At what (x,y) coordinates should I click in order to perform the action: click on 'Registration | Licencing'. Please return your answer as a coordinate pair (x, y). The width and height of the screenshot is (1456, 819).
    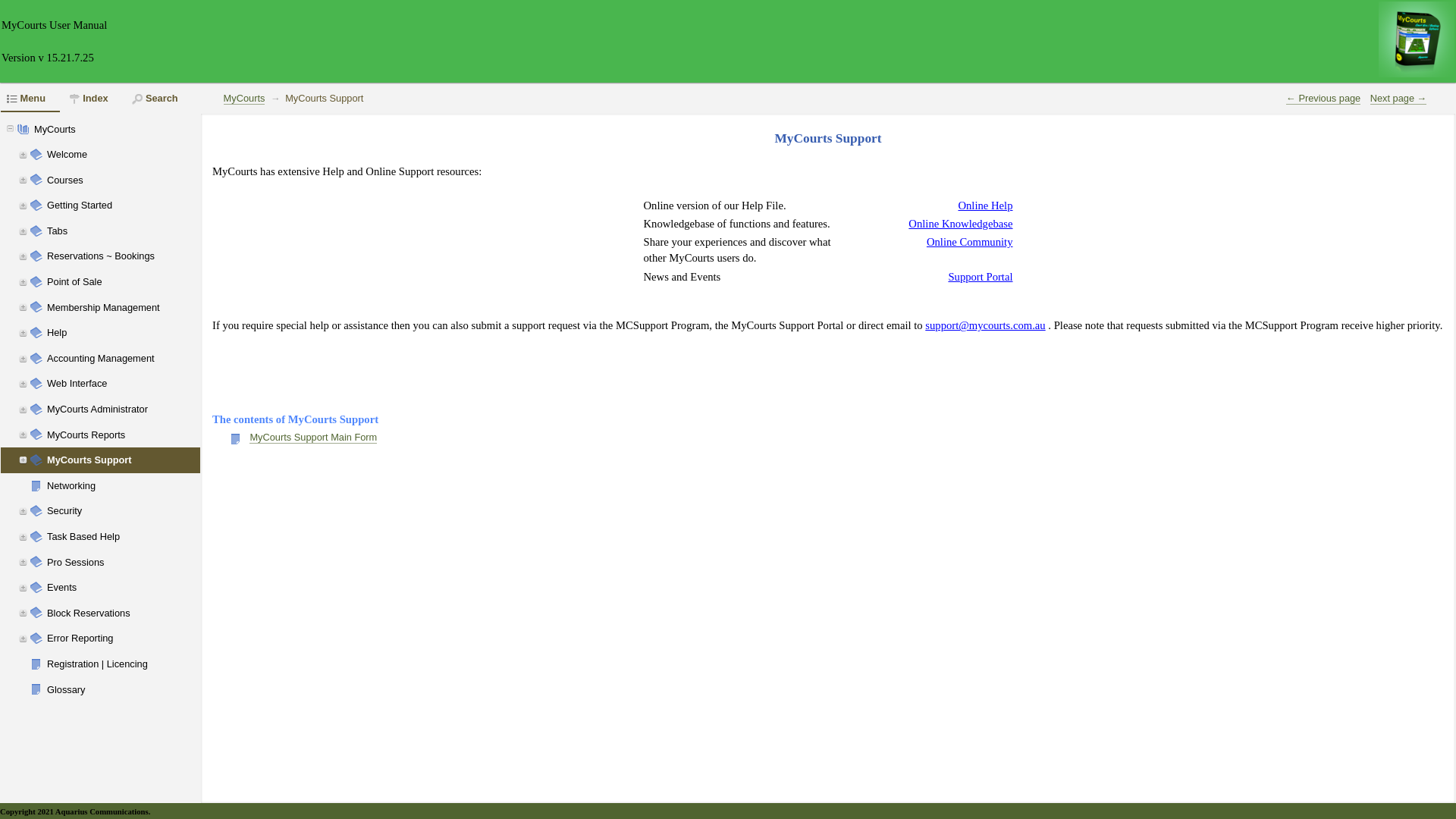
    Looking at the image, I should click on (47, 663).